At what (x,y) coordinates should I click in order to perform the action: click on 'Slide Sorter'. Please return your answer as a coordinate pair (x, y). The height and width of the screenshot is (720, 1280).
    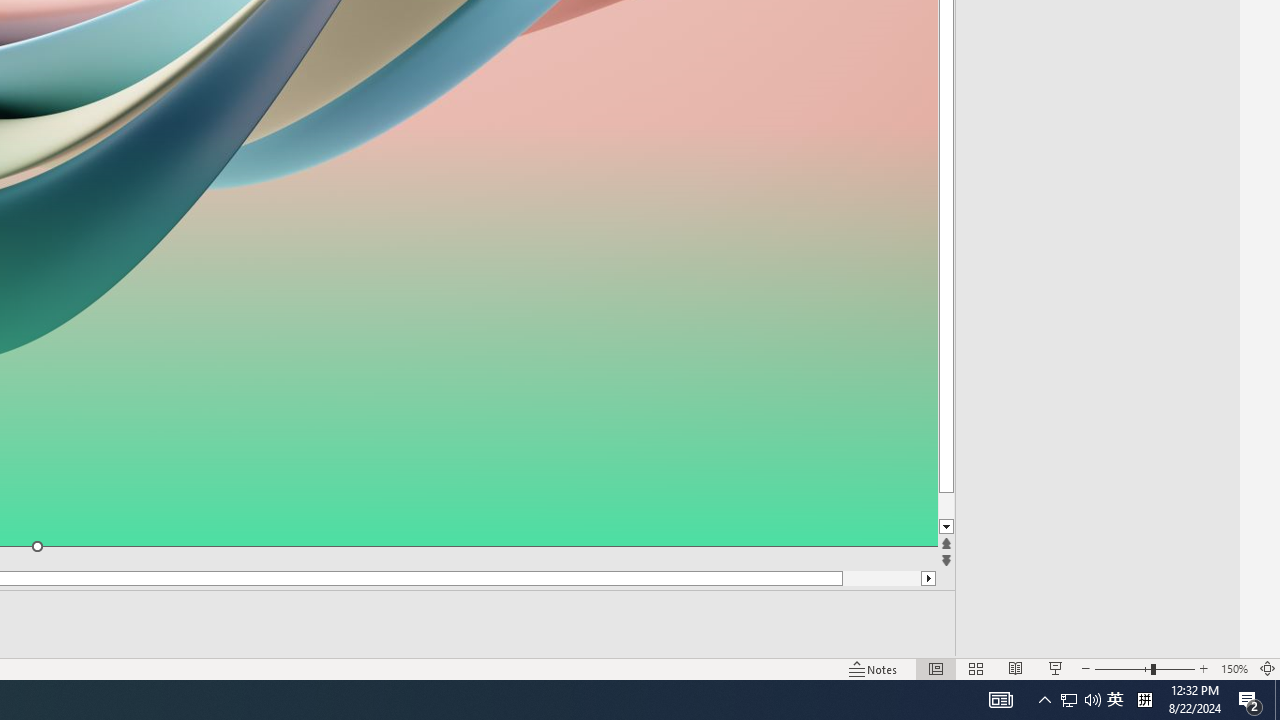
    Looking at the image, I should click on (976, 669).